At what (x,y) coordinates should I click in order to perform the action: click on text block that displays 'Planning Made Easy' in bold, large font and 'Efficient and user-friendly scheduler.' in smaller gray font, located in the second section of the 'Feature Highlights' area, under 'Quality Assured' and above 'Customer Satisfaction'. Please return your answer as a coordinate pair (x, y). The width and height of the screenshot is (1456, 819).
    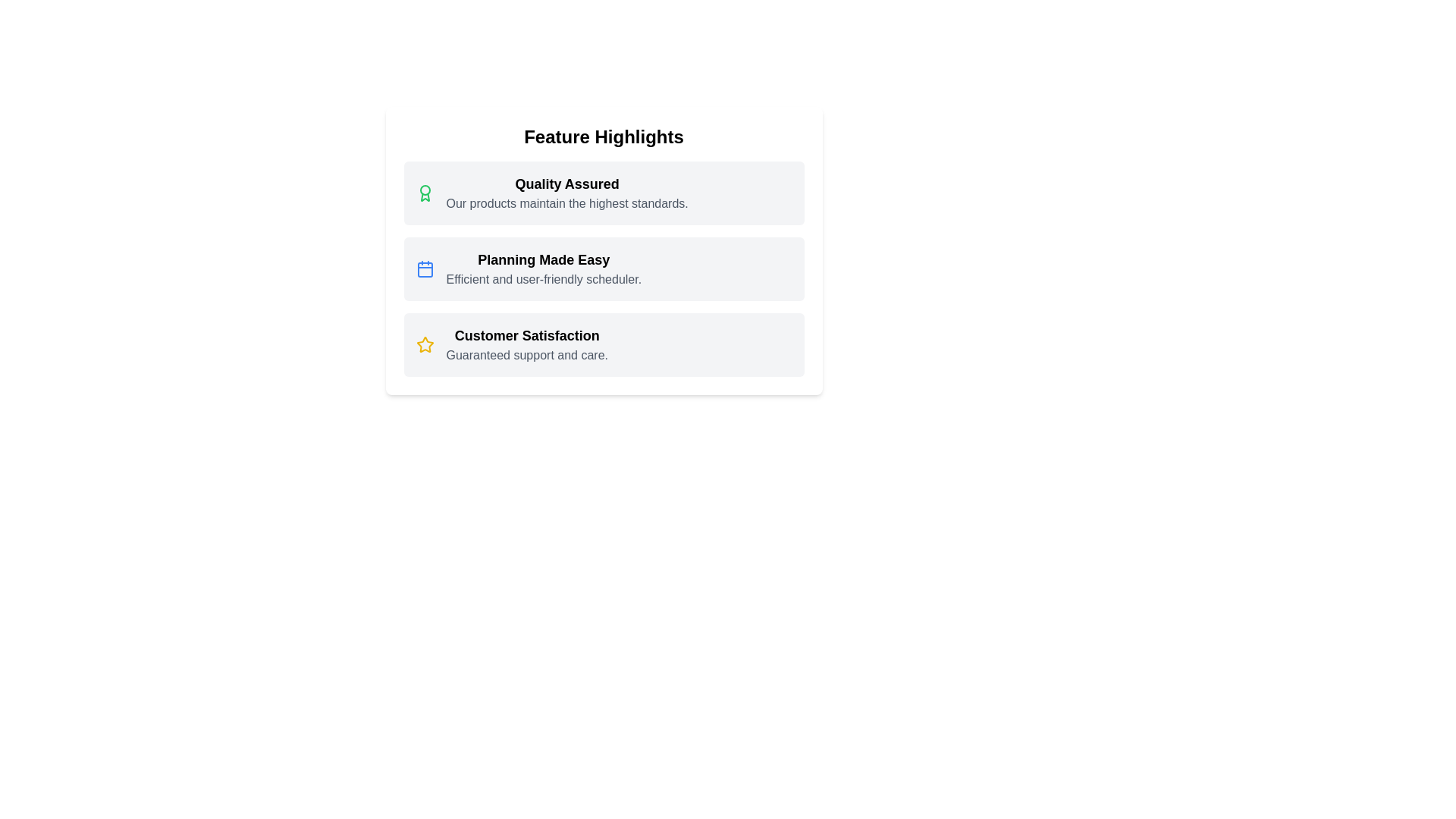
    Looking at the image, I should click on (544, 268).